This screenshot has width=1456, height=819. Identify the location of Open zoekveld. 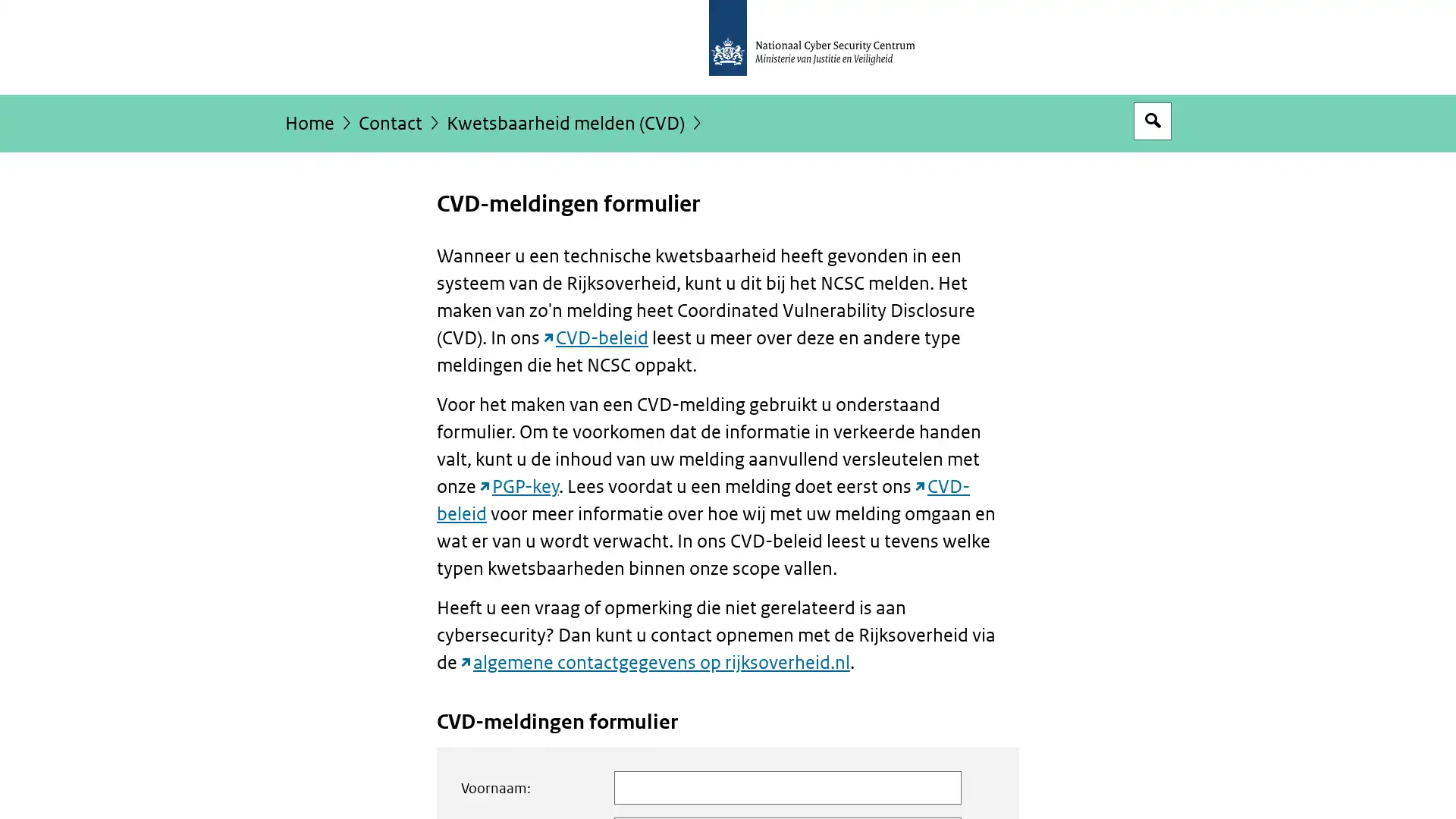
(1153, 120).